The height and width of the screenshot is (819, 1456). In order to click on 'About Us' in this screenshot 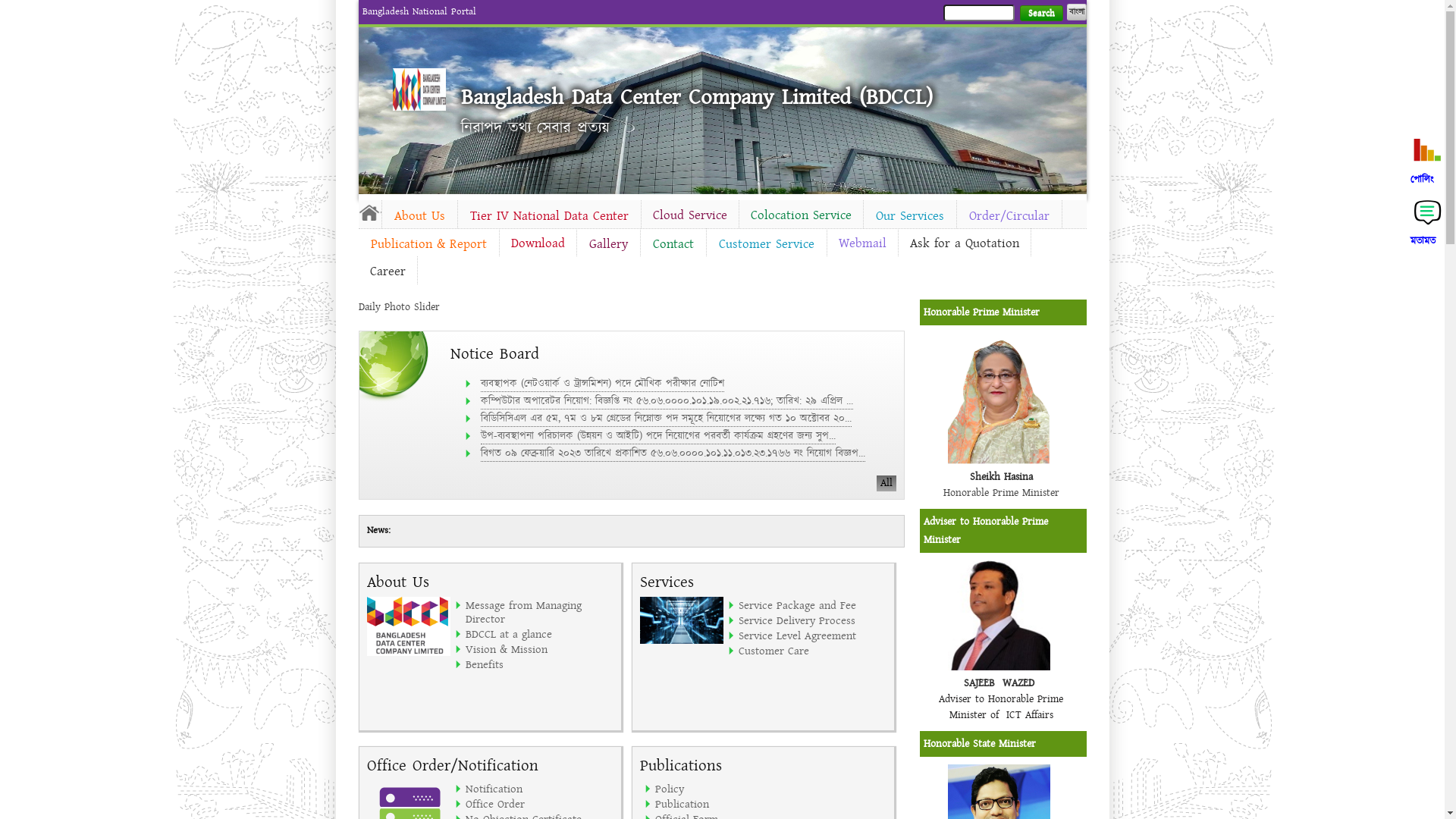, I will do `click(419, 216)`.